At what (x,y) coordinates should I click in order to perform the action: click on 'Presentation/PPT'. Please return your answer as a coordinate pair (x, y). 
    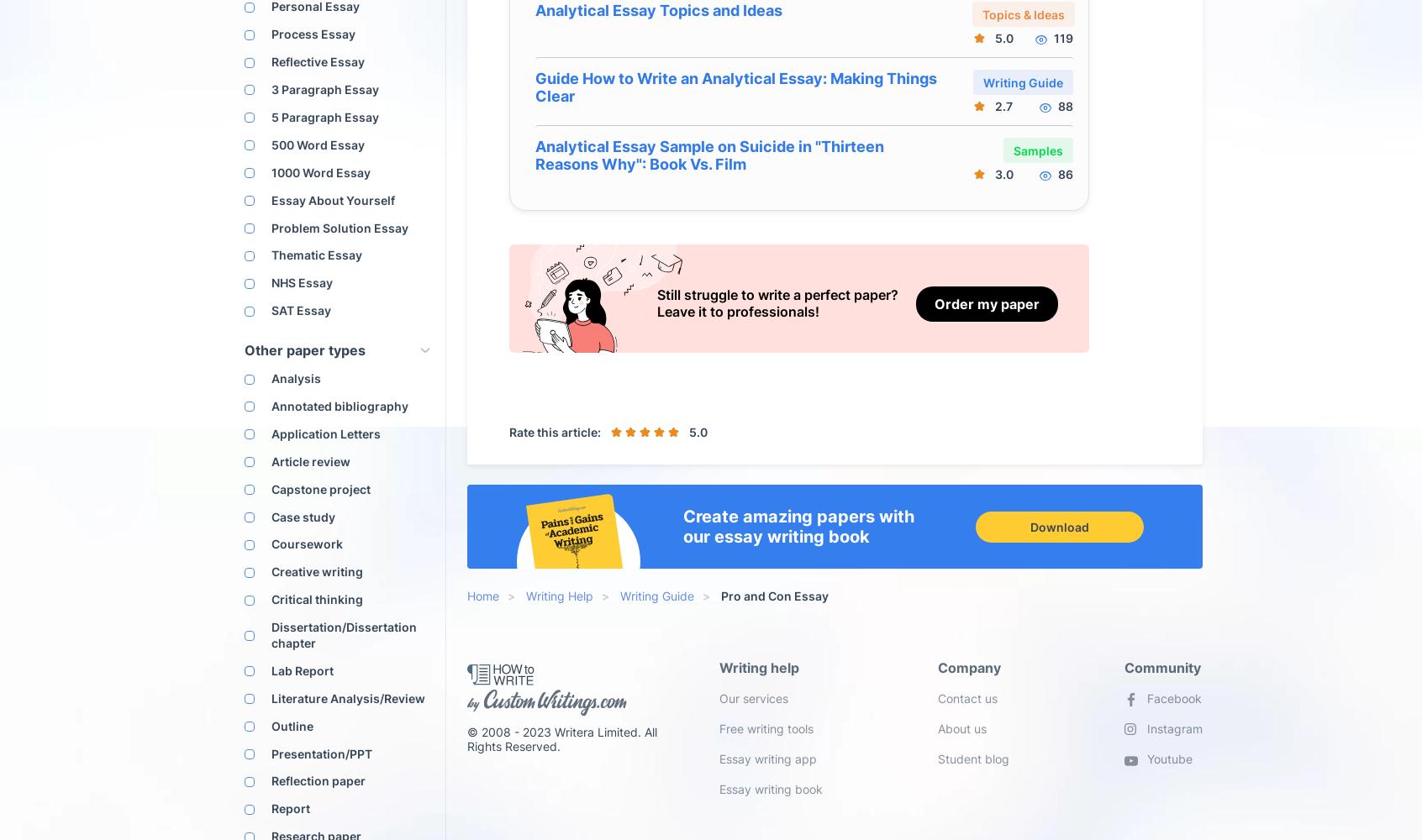
    Looking at the image, I should click on (322, 753).